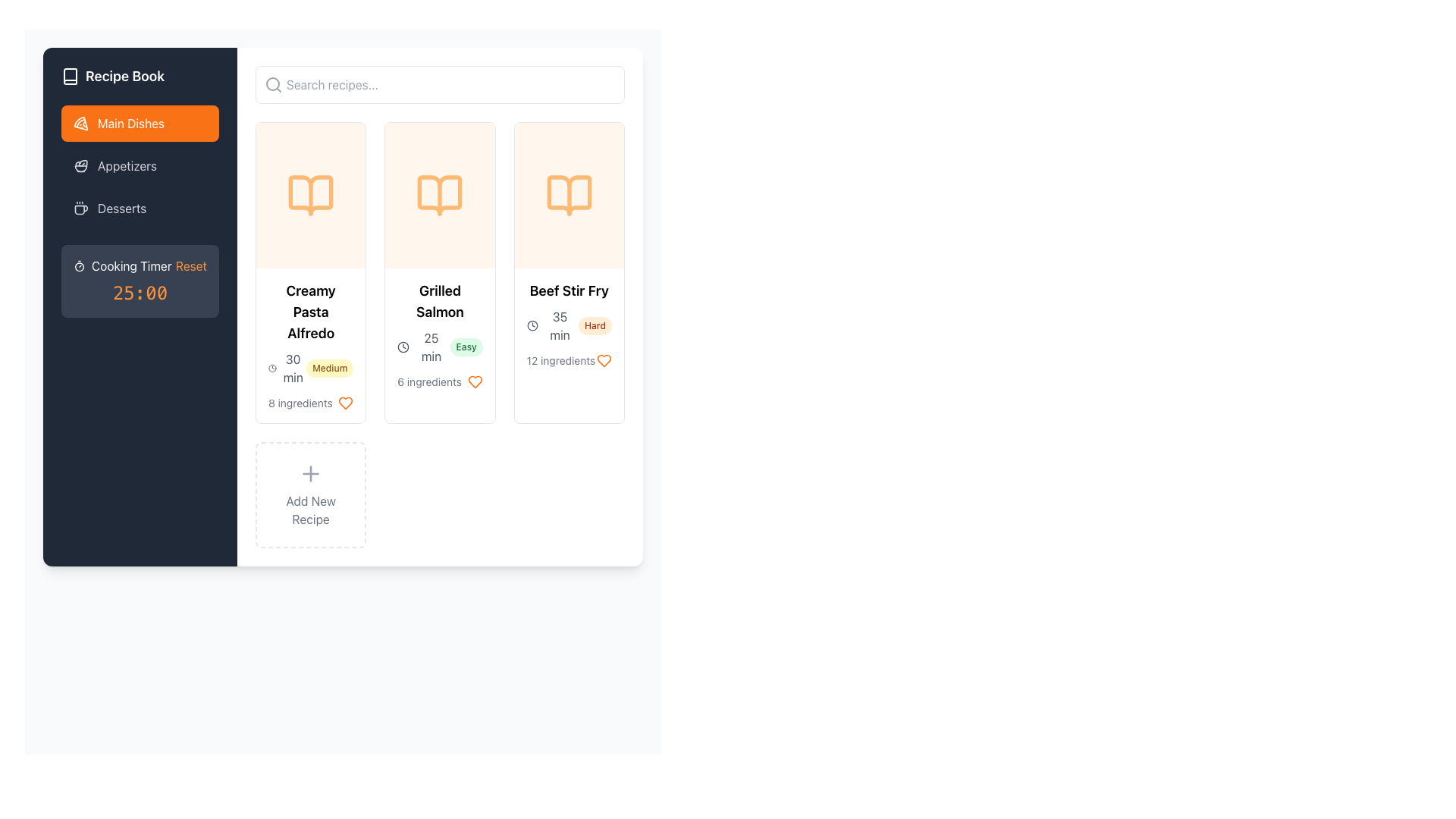 Image resolution: width=1456 pixels, height=819 pixels. I want to click on the text label that indicates the number of ingredients required for the recipe in the second card of the horizontal list, so click(428, 381).